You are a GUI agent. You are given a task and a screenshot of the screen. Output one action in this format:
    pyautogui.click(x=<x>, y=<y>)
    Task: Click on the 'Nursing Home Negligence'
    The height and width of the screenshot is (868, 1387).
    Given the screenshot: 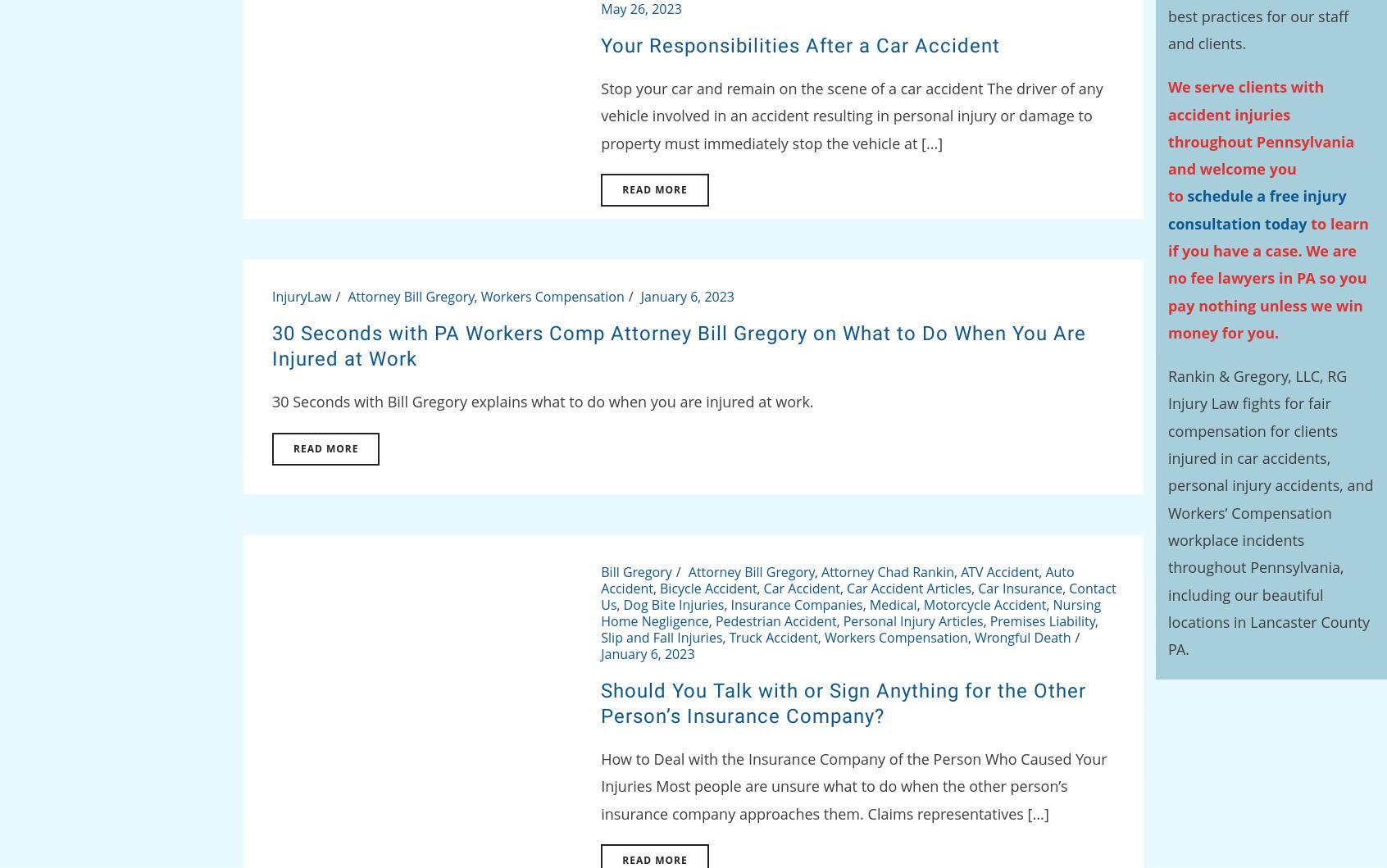 What is the action you would take?
    pyautogui.click(x=850, y=611)
    